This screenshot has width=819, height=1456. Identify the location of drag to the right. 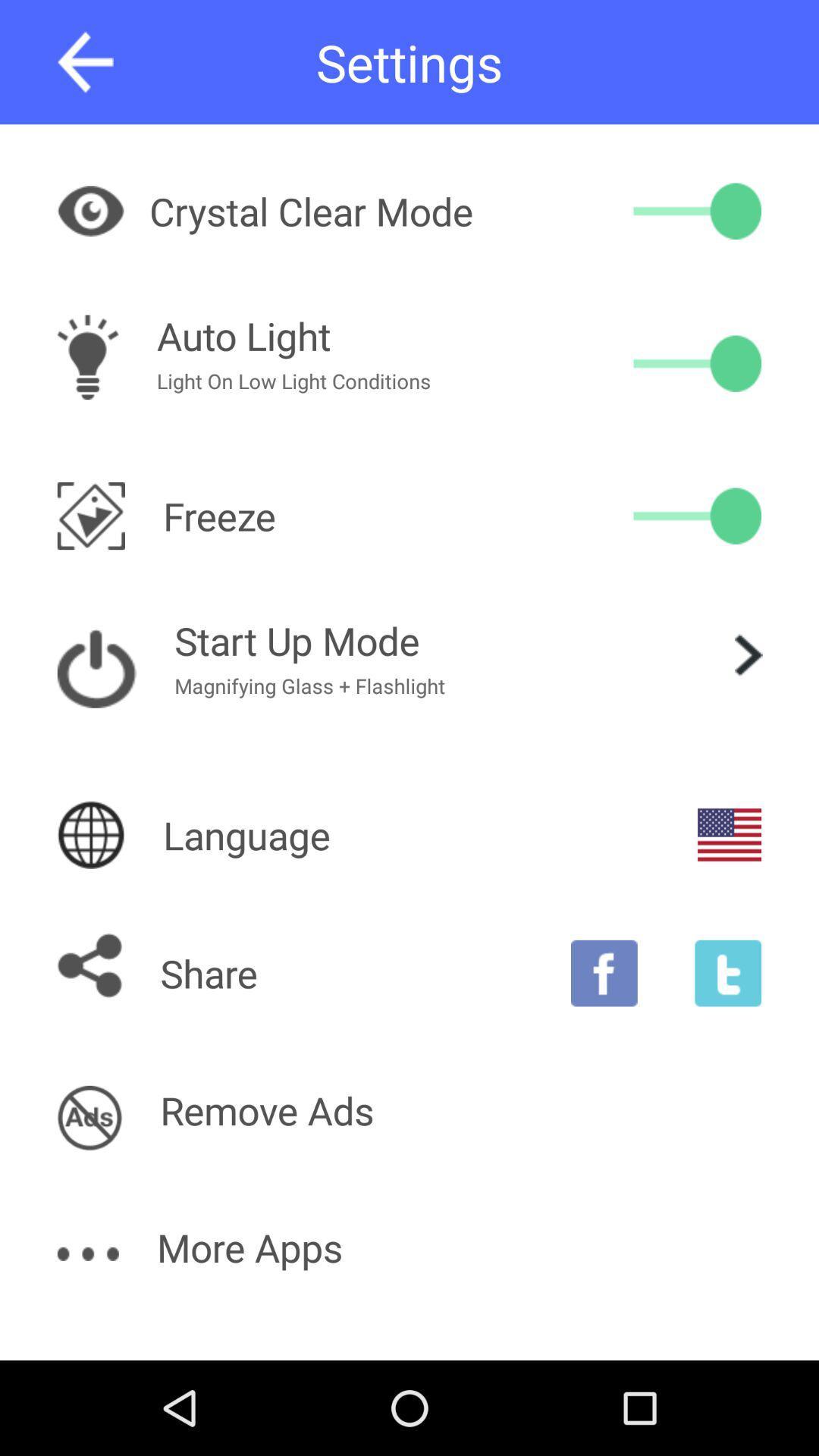
(697, 210).